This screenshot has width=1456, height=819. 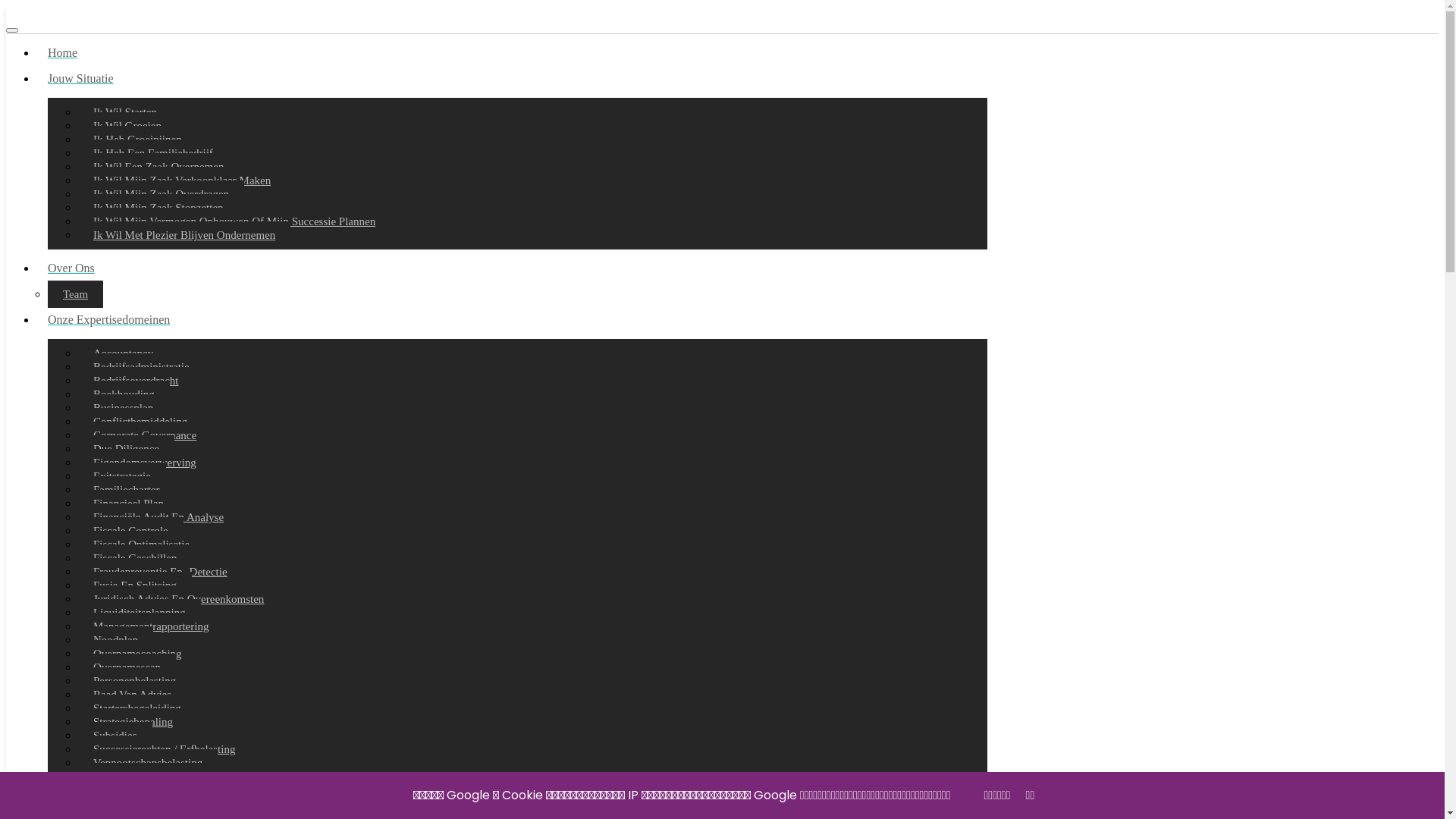 I want to click on 'Exitstrategie', so click(x=122, y=475).